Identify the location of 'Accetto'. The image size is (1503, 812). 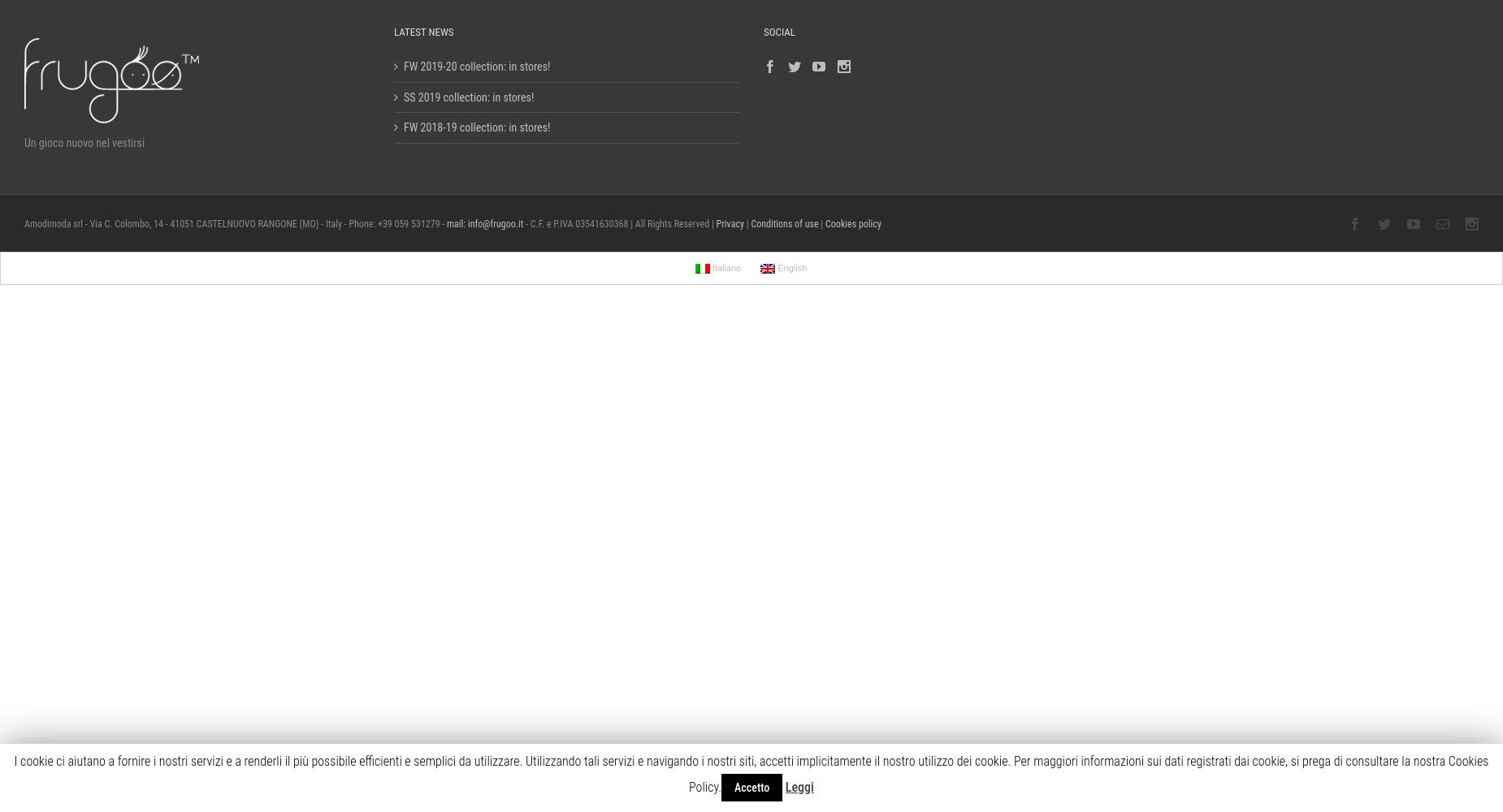
(751, 787).